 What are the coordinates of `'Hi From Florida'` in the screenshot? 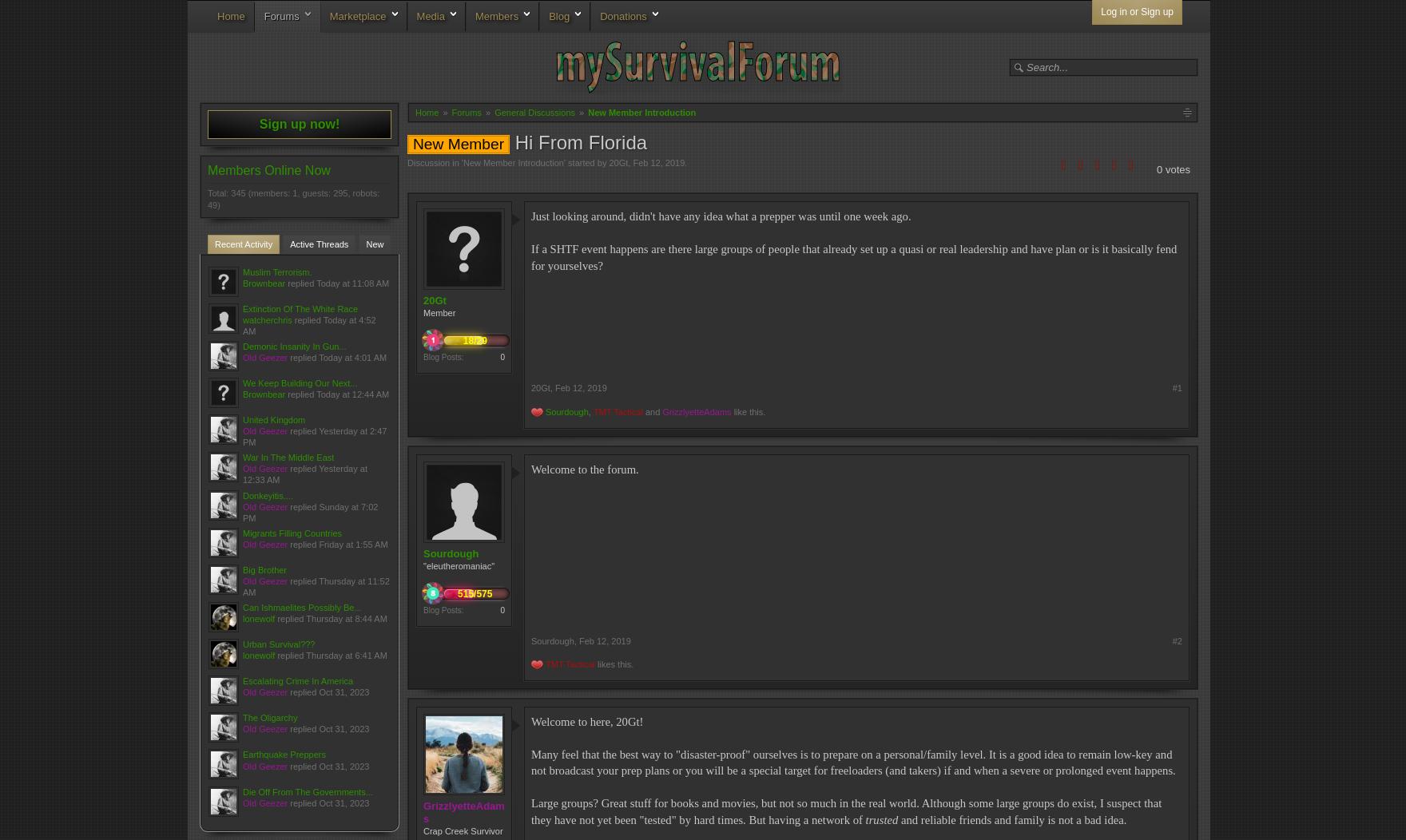 It's located at (578, 142).